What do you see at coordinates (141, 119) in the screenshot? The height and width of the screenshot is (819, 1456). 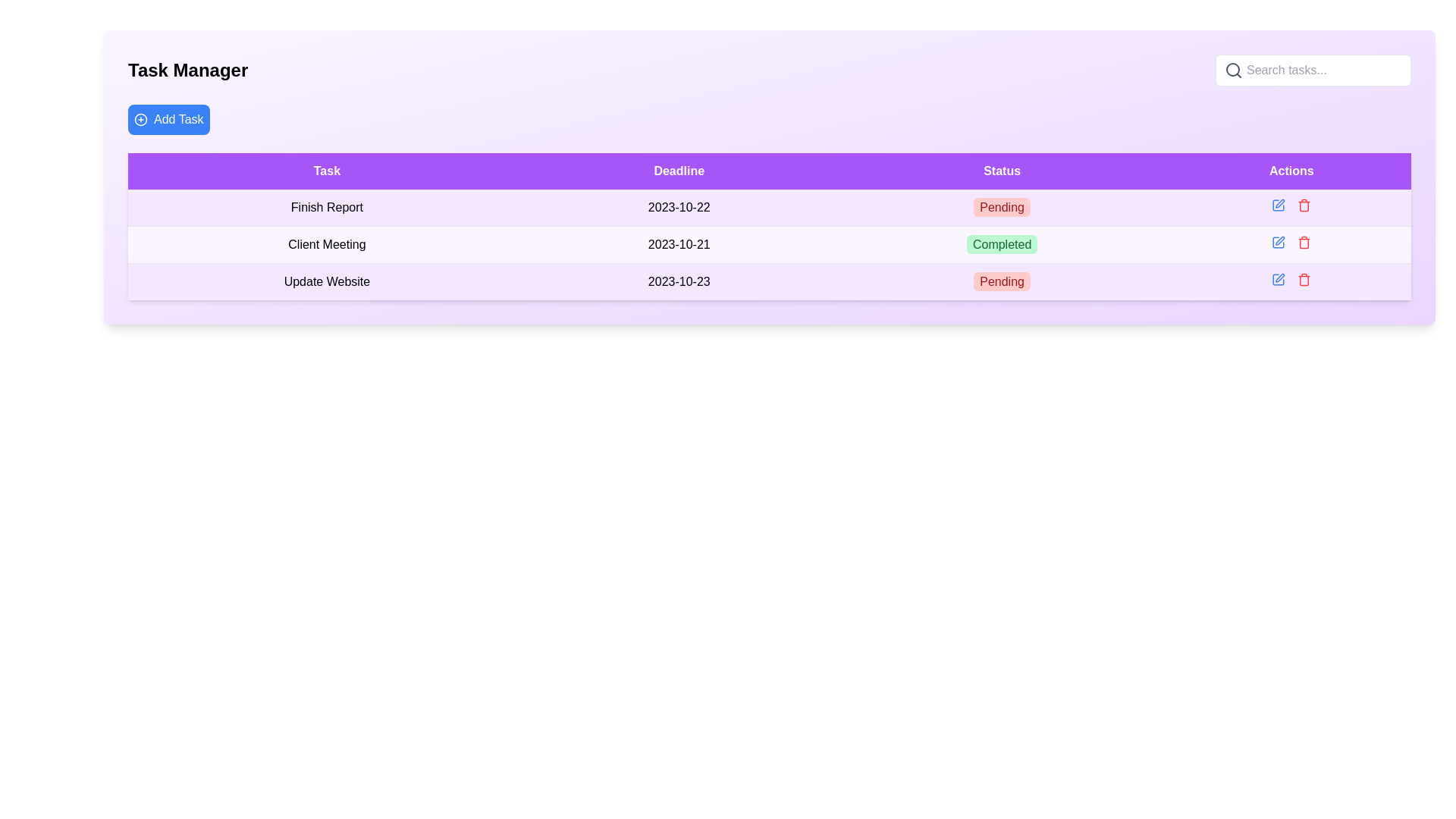 I see `the SVG icon resembling a circular design with a '+' symbol, located to the left of the 'Add Task' button` at bounding box center [141, 119].